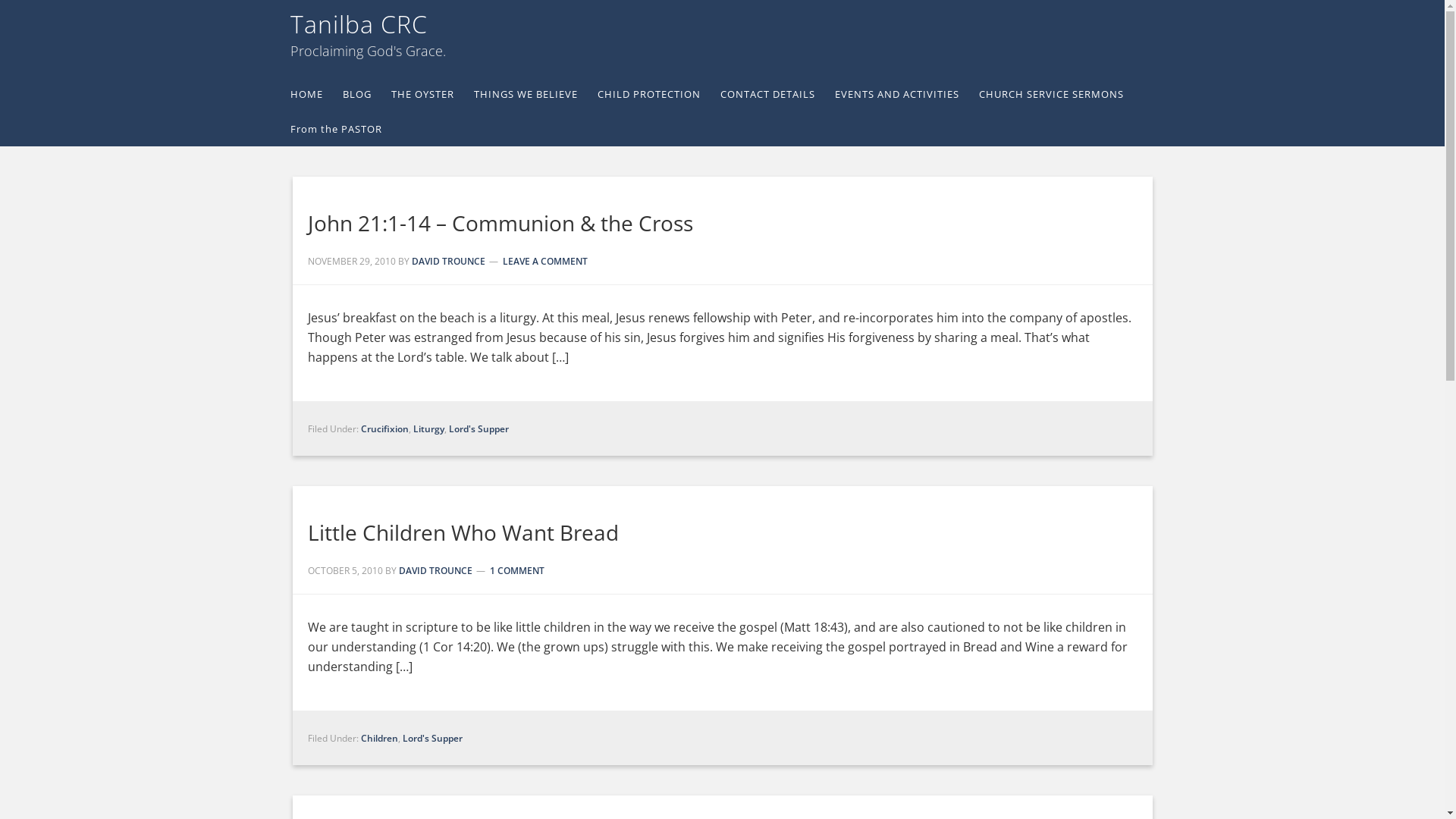 This screenshot has width=1456, height=819. Describe the element at coordinates (516, 570) in the screenshot. I see `'1 COMMENT'` at that location.